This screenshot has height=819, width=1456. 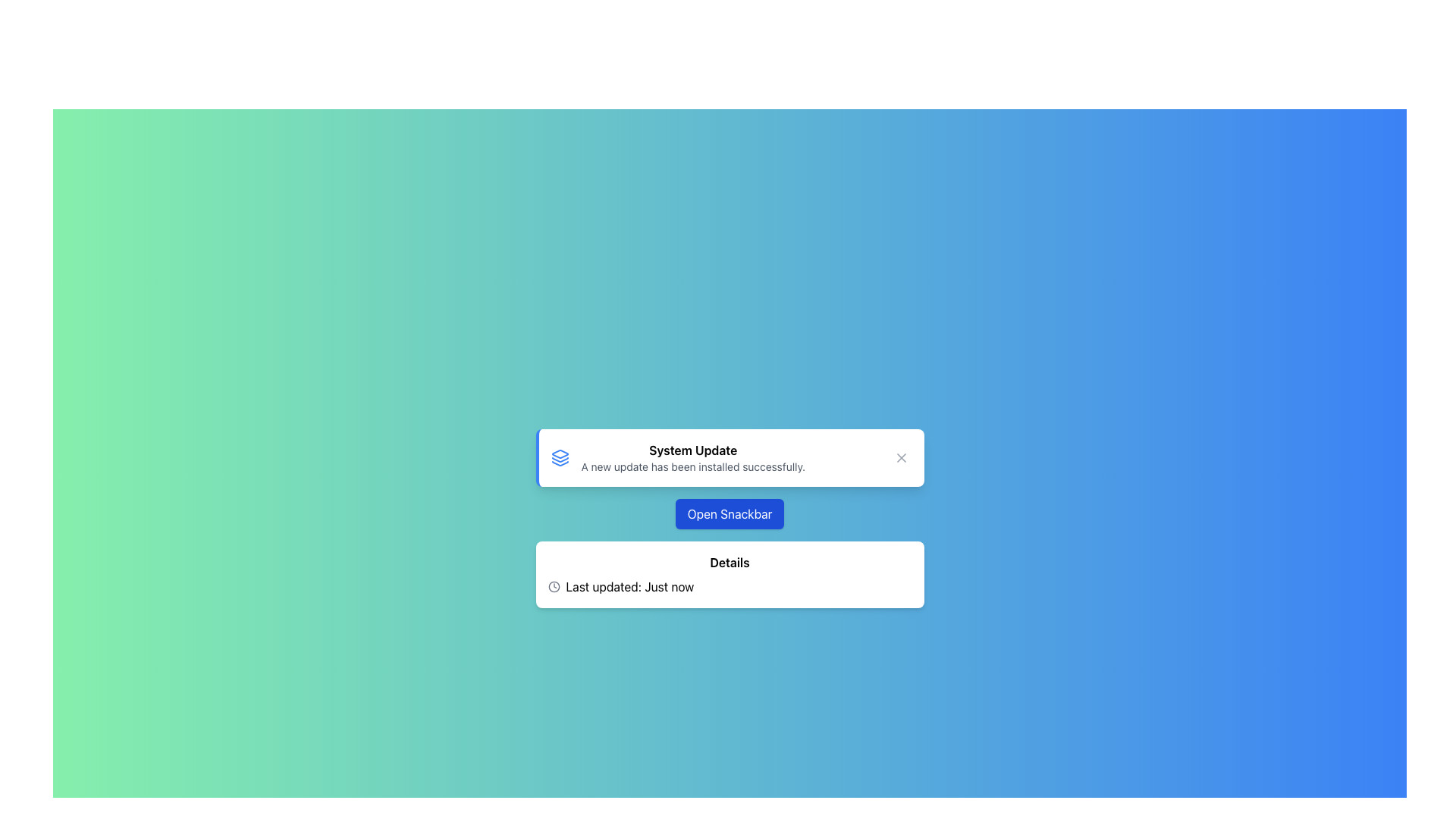 What do you see at coordinates (553, 586) in the screenshot?
I see `the outer circle of the clock icon which is positioned adjacent to the 'Details' label and near the 'Last updated: Just now' text` at bounding box center [553, 586].